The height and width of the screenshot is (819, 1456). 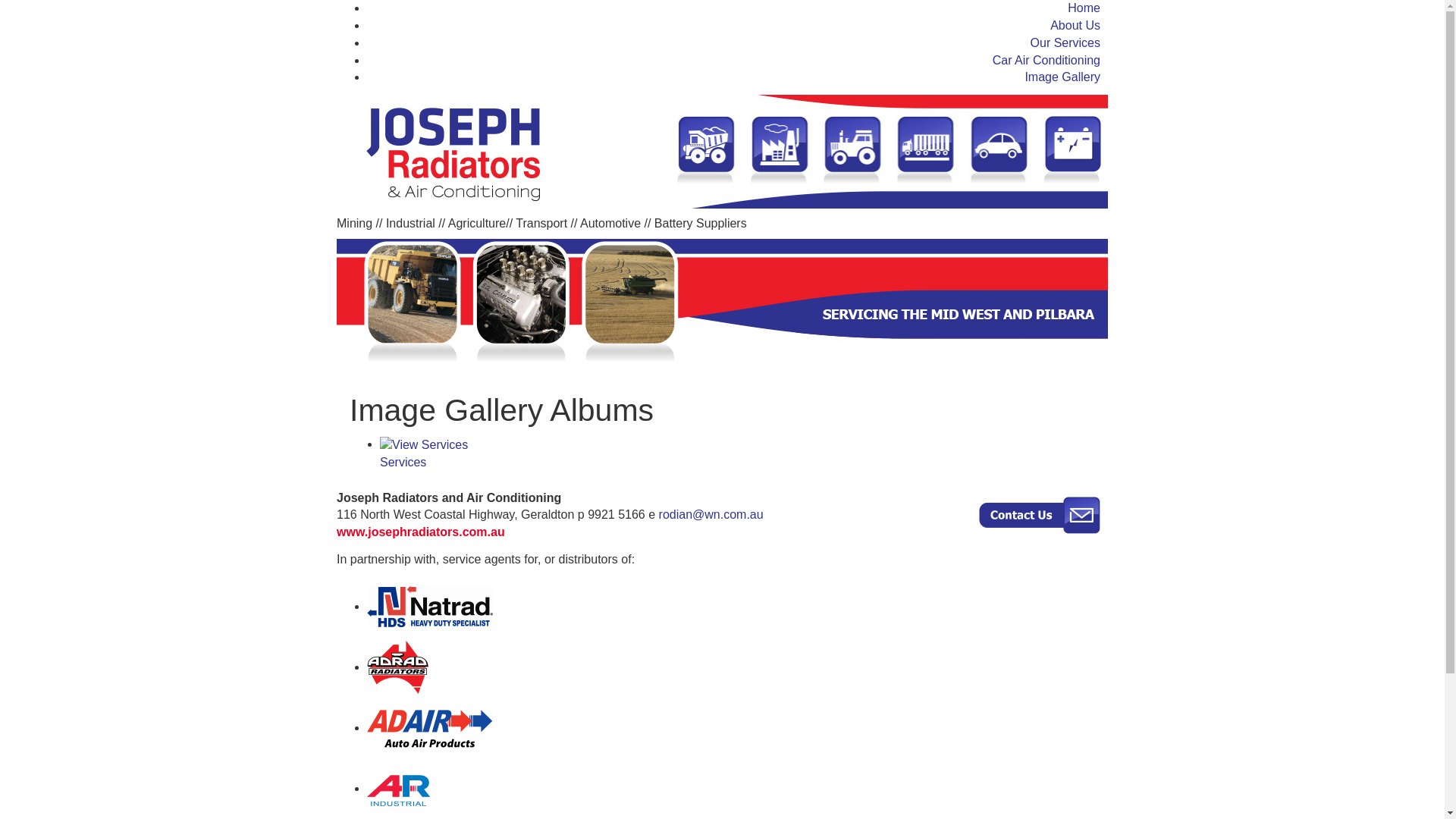 What do you see at coordinates (1046, 59) in the screenshot?
I see `'Car Air Conditioning'` at bounding box center [1046, 59].